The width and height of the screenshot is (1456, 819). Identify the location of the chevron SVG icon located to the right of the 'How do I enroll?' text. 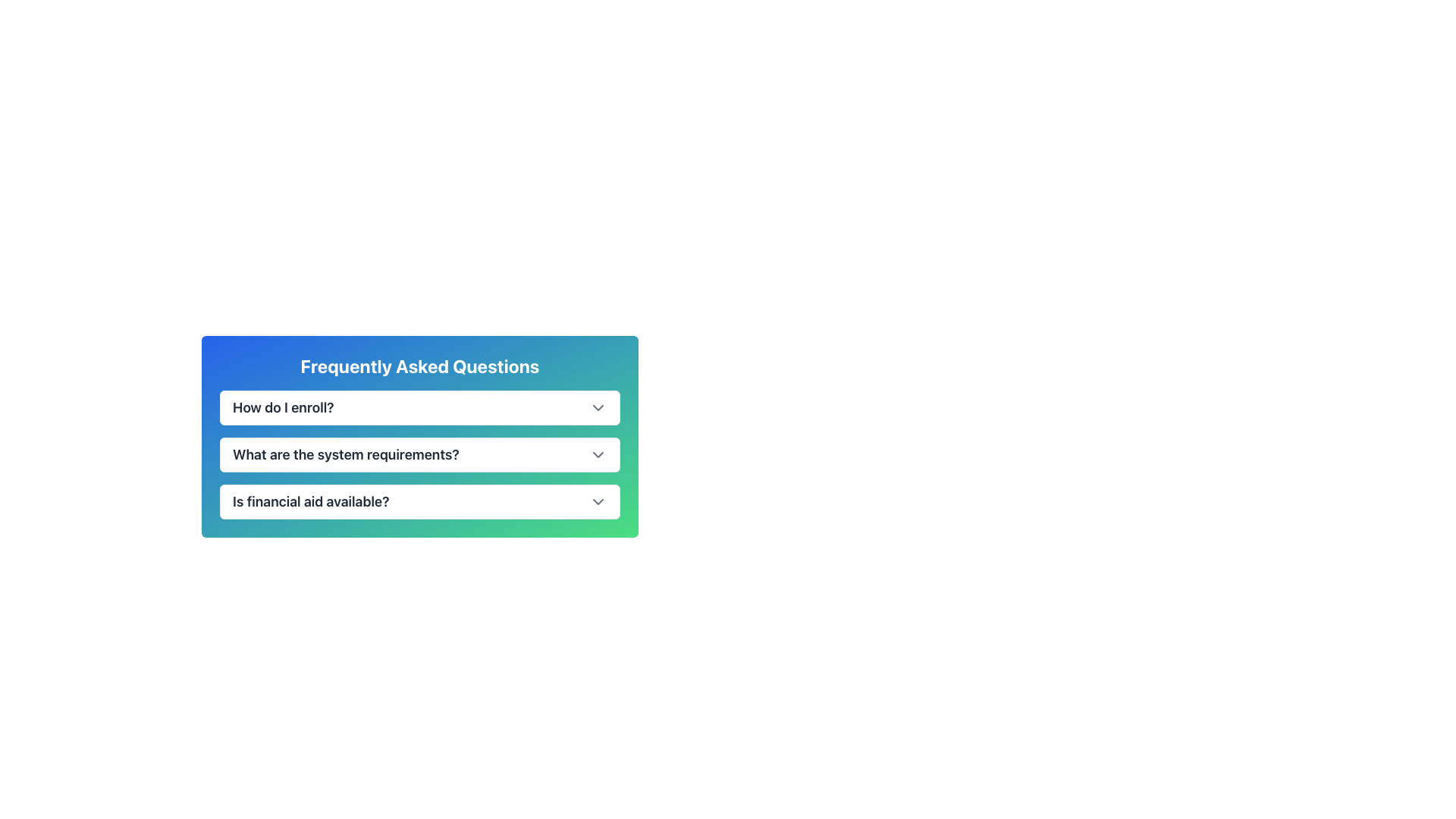
(597, 406).